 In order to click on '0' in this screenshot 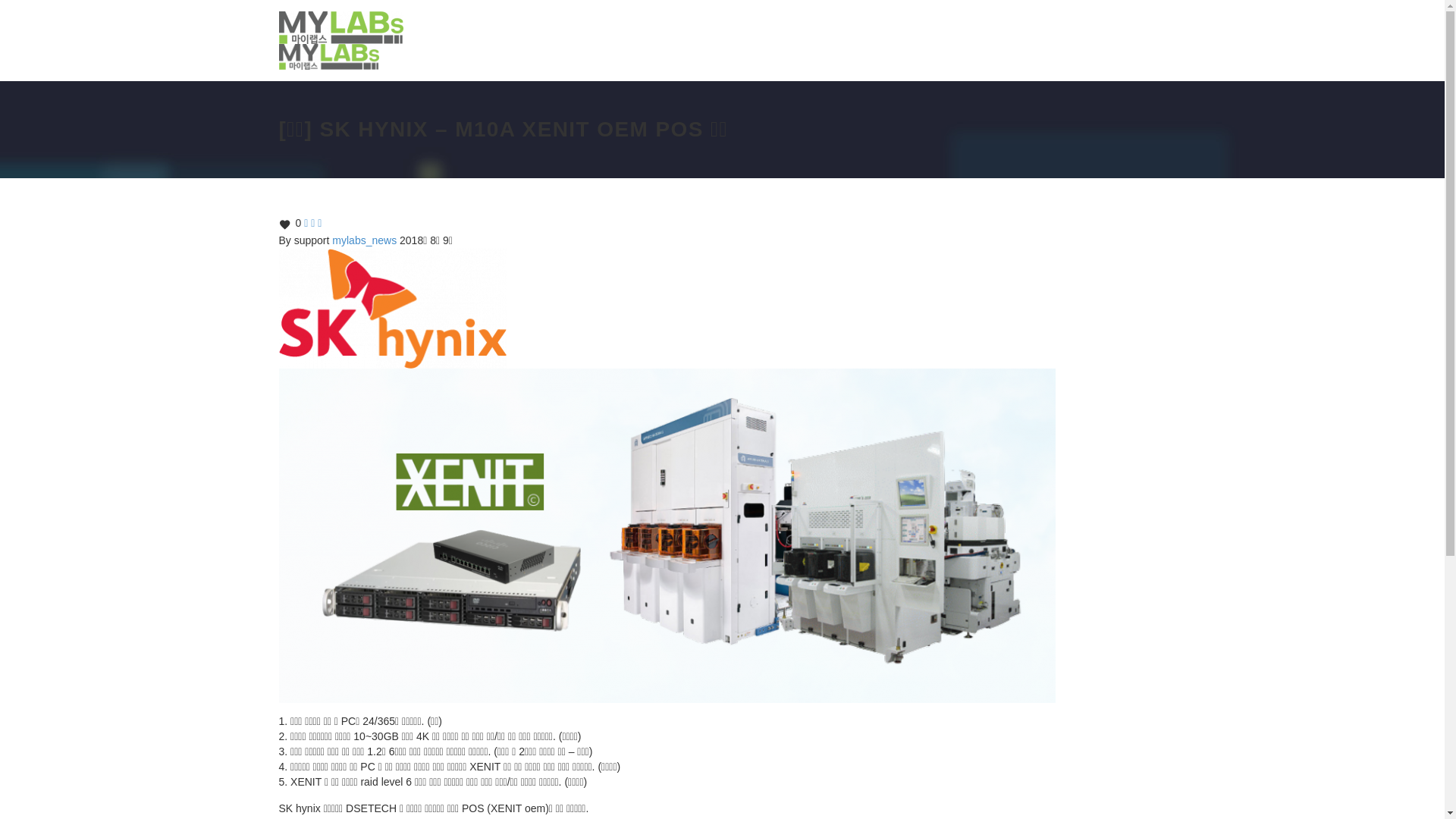, I will do `click(290, 224)`.